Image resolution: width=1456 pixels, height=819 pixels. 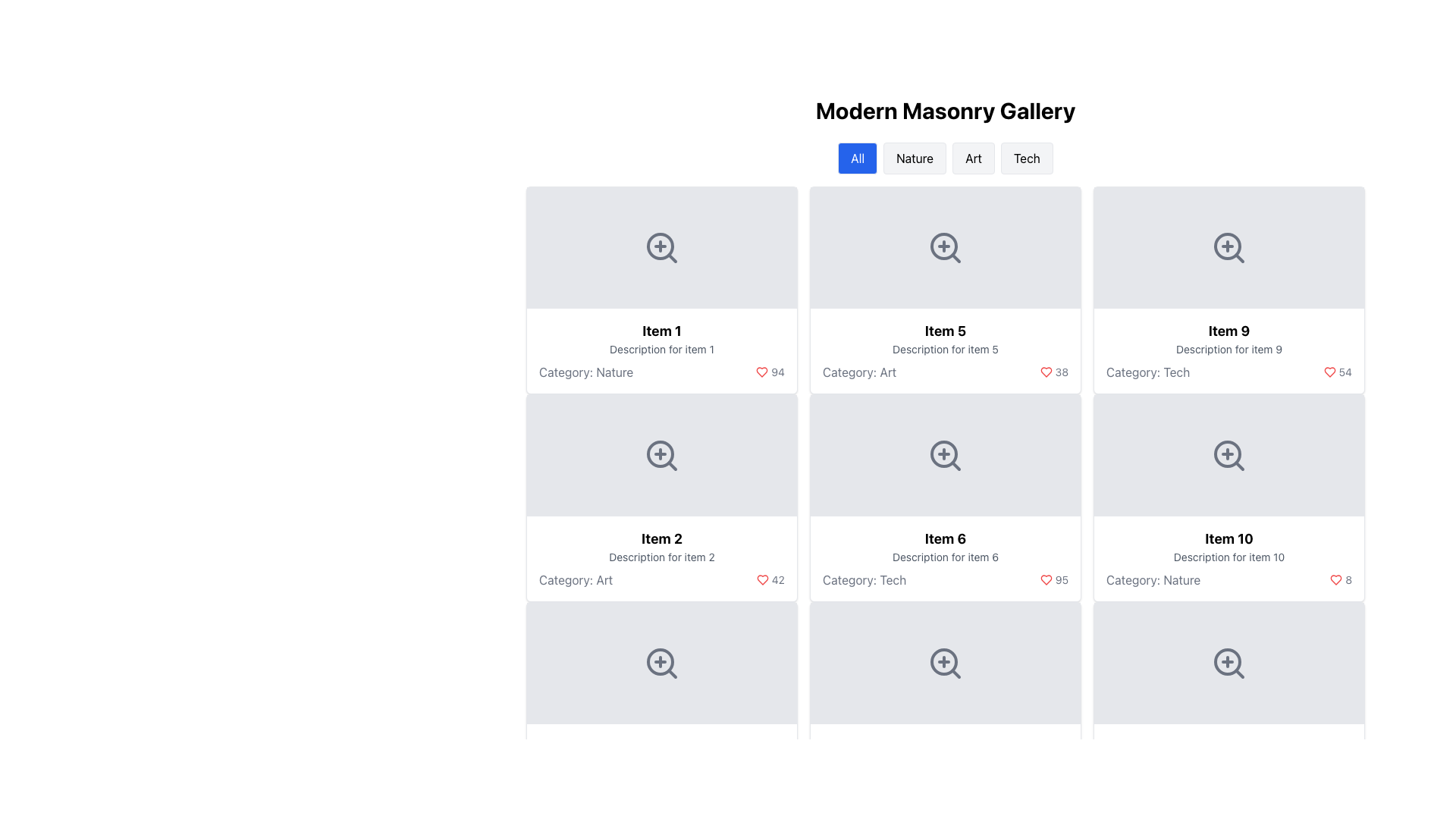 I want to click on the outlined heart icon filled with red color representing the 'like' feature, located next to the count '38' in the card labeled 'Item 5', so click(x=1045, y=372).